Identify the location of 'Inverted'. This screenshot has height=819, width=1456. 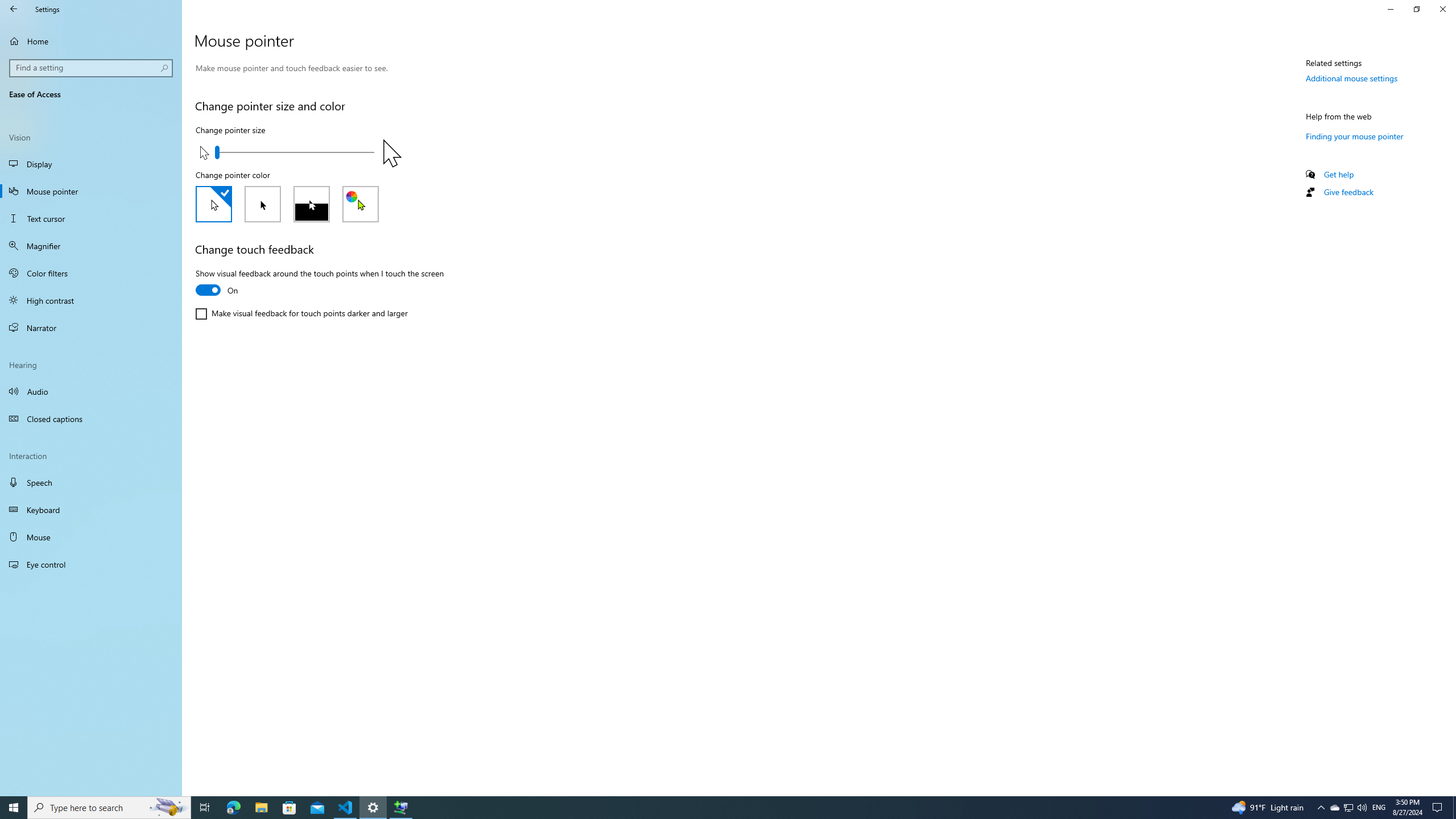
(311, 204).